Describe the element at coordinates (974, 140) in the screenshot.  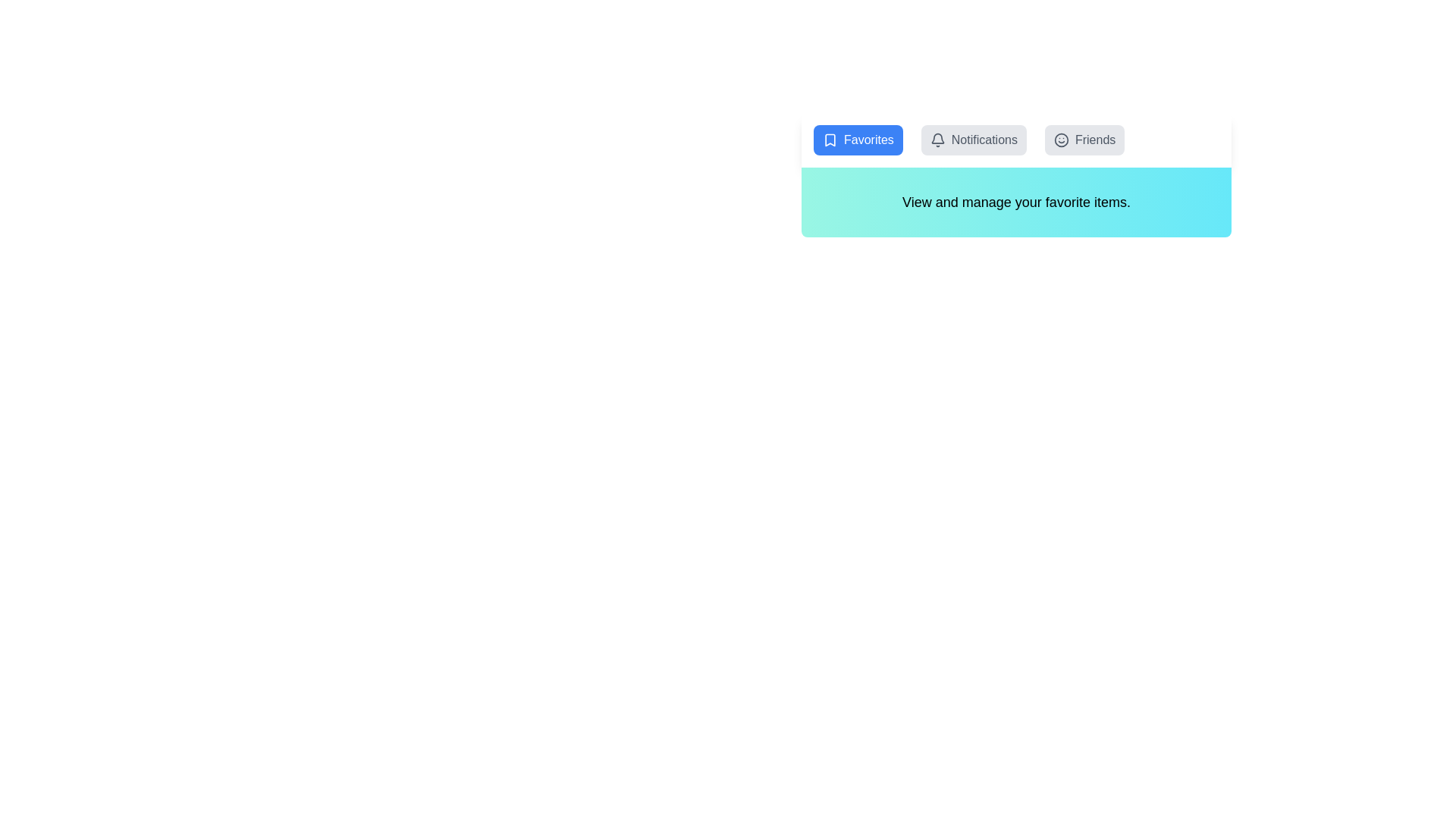
I see `the Notifications tab to observe its hover effect` at that location.